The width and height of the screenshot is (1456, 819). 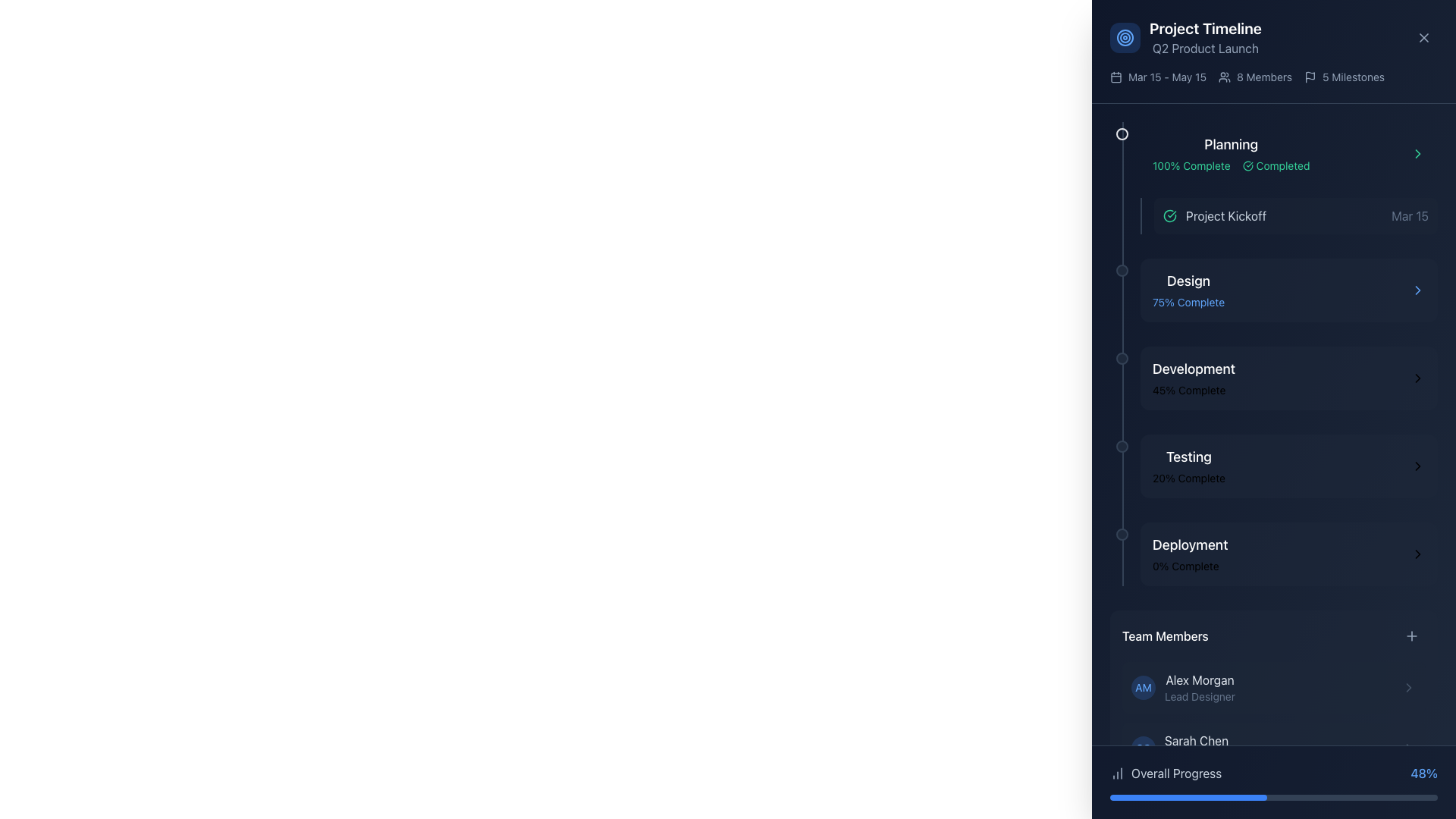 I want to click on the target icon, which is composed of concentric circles resembling a target, located at the top left of the interface panel, next to the text 'Project Timeline', so click(x=1125, y=37).